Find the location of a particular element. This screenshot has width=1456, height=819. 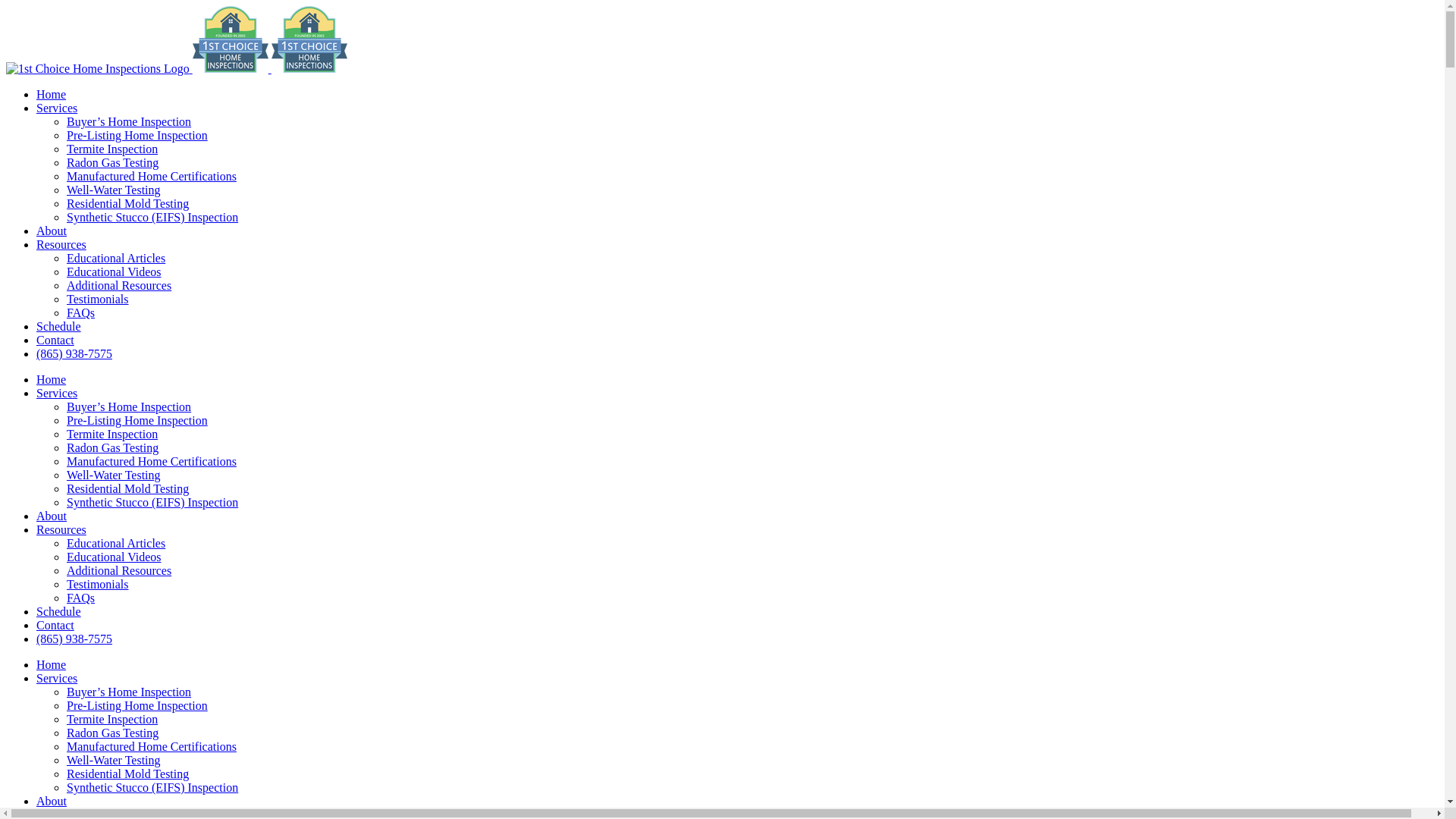

'Residential Mold Testing' is located at coordinates (127, 202).